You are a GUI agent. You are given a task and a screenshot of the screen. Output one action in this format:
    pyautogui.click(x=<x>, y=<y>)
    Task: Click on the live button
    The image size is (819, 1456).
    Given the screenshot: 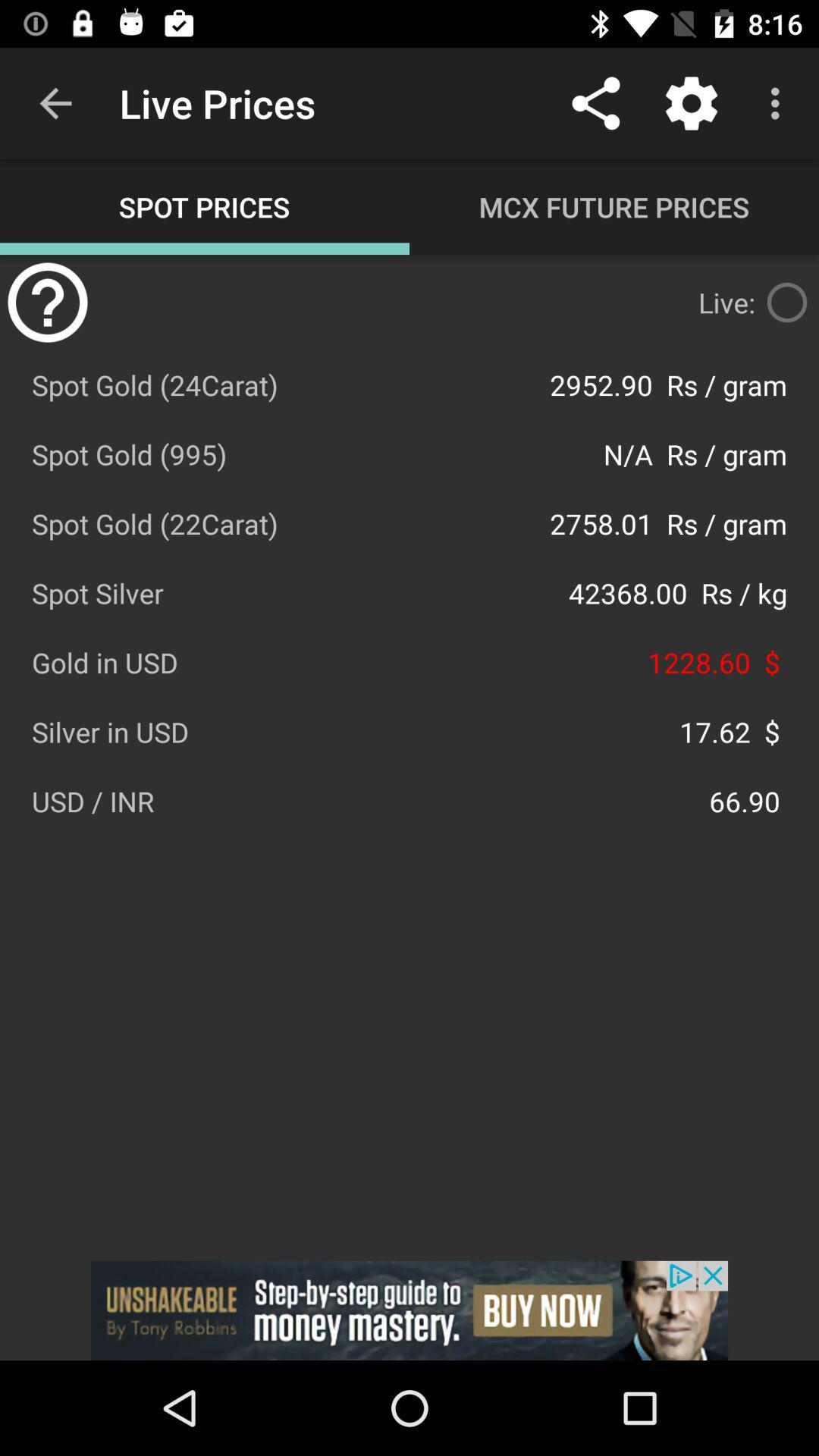 What is the action you would take?
    pyautogui.click(x=786, y=302)
    